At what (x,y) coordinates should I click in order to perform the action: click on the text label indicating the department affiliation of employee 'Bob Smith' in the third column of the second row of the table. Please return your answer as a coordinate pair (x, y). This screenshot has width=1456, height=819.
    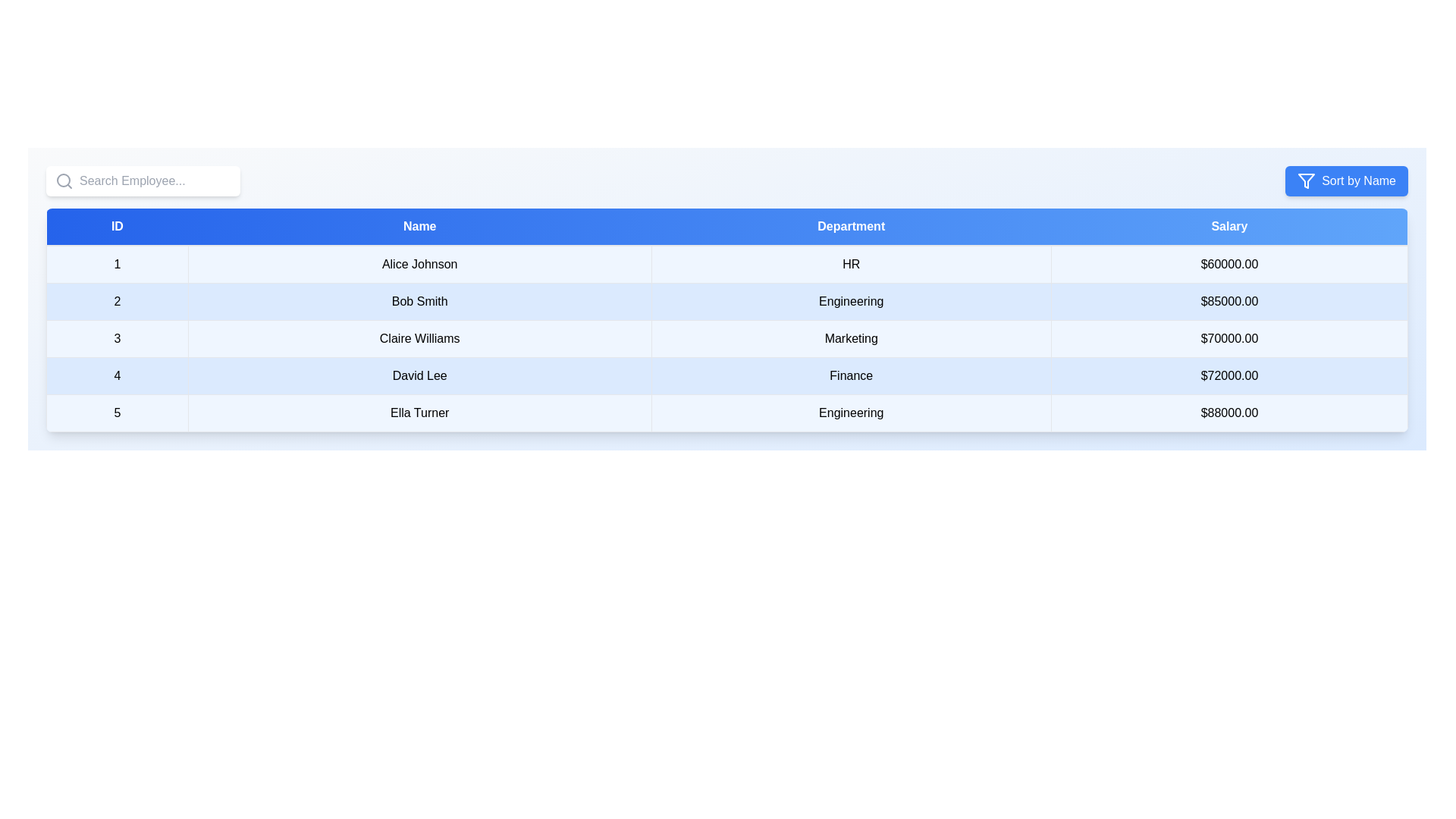
    Looking at the image, I should click on (851, 301).